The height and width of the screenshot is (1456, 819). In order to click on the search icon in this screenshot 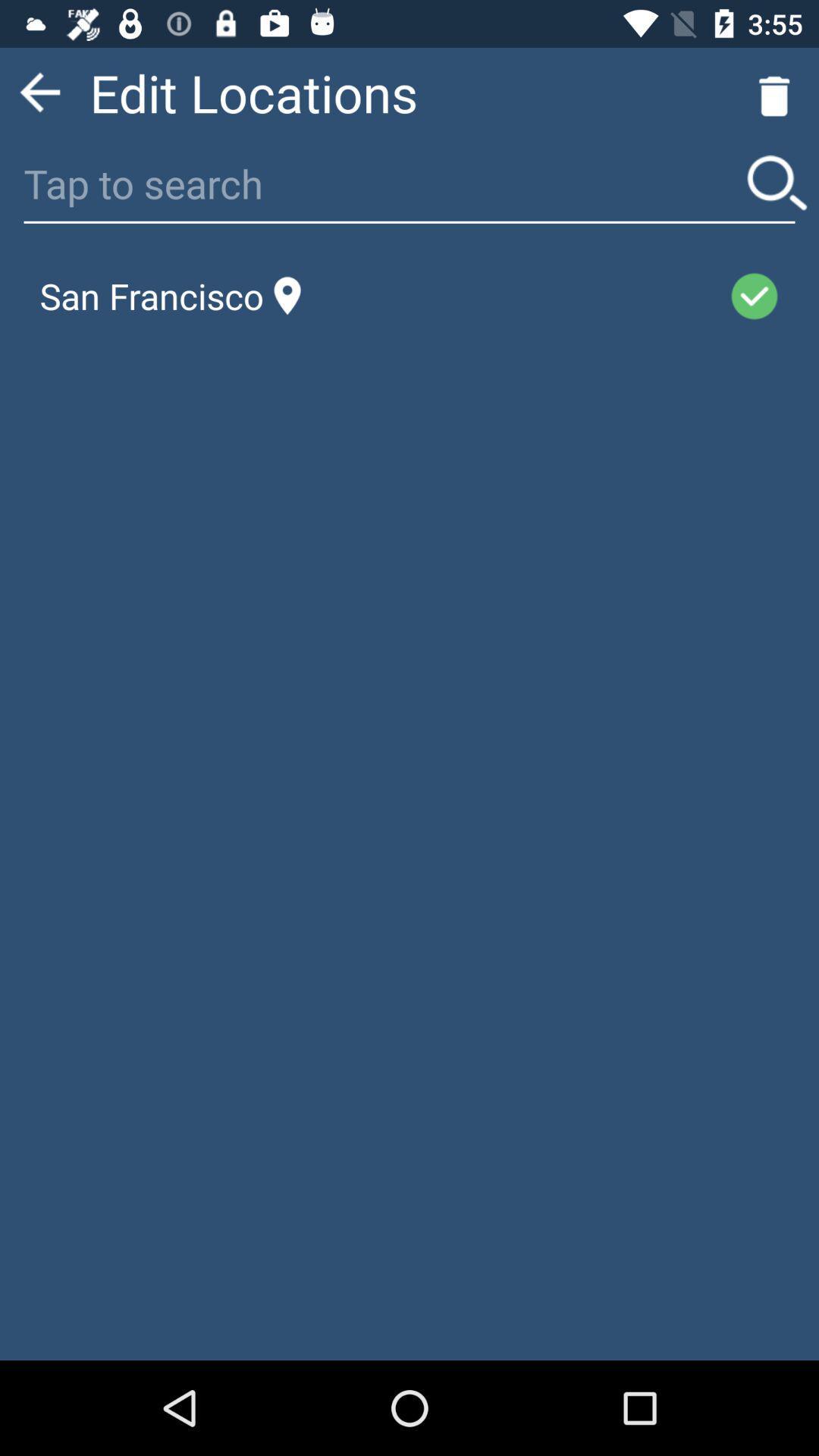, I will do `click(777, 182)`.